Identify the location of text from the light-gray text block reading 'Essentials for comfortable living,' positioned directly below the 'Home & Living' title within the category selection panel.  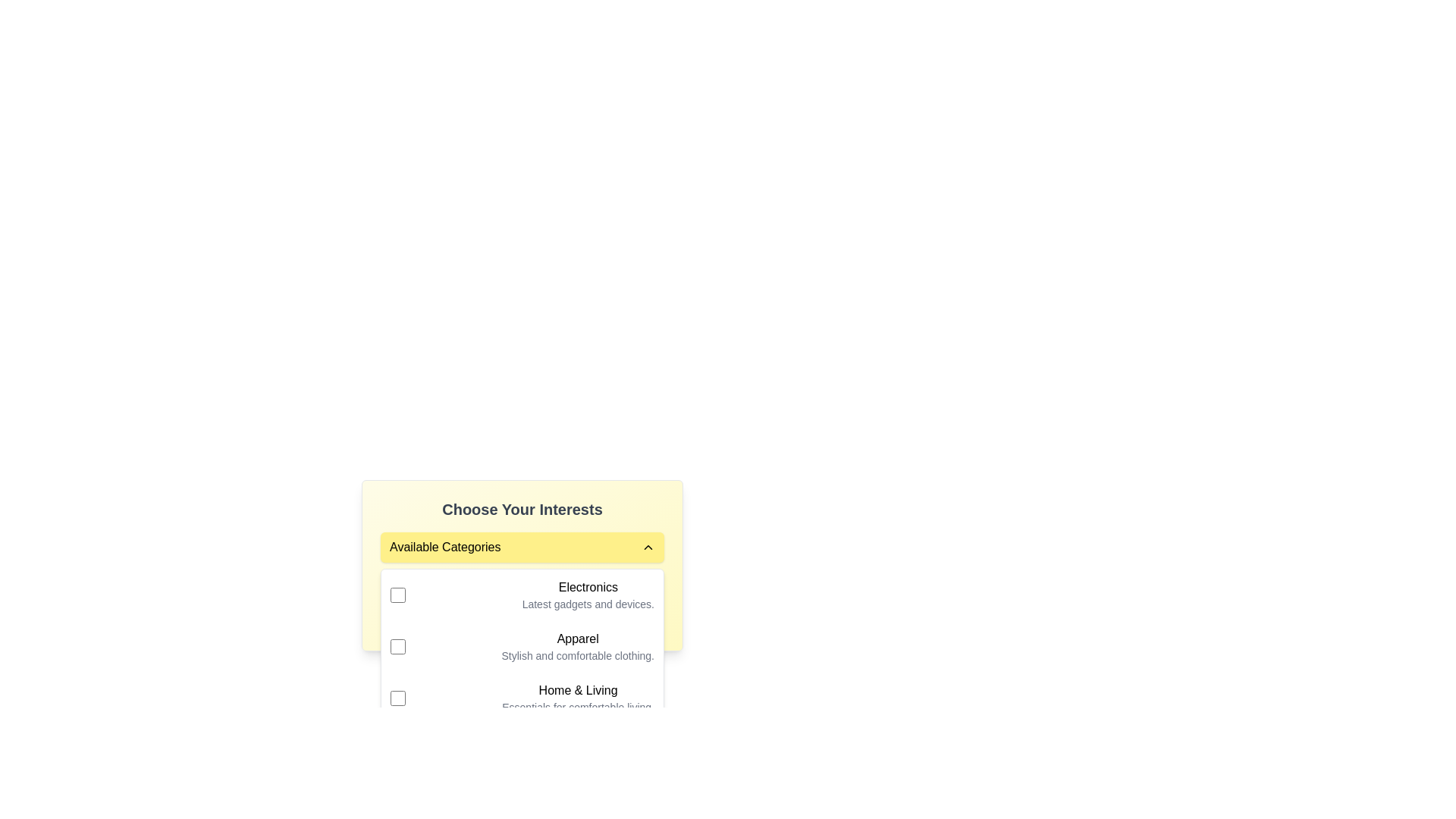
(577, 708).